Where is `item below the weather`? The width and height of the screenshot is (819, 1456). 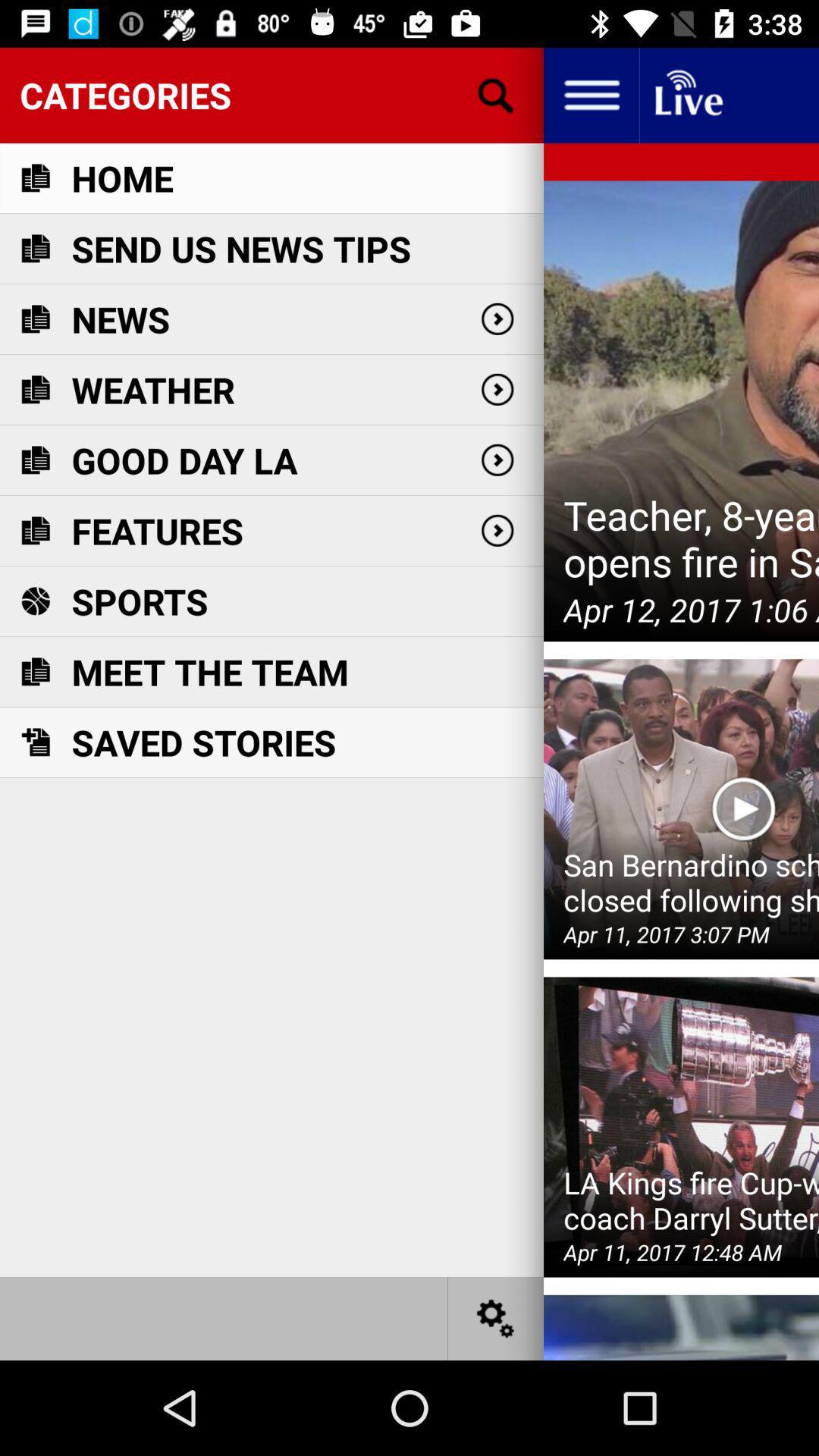 item below the weather is located at coordinates (184, 460).